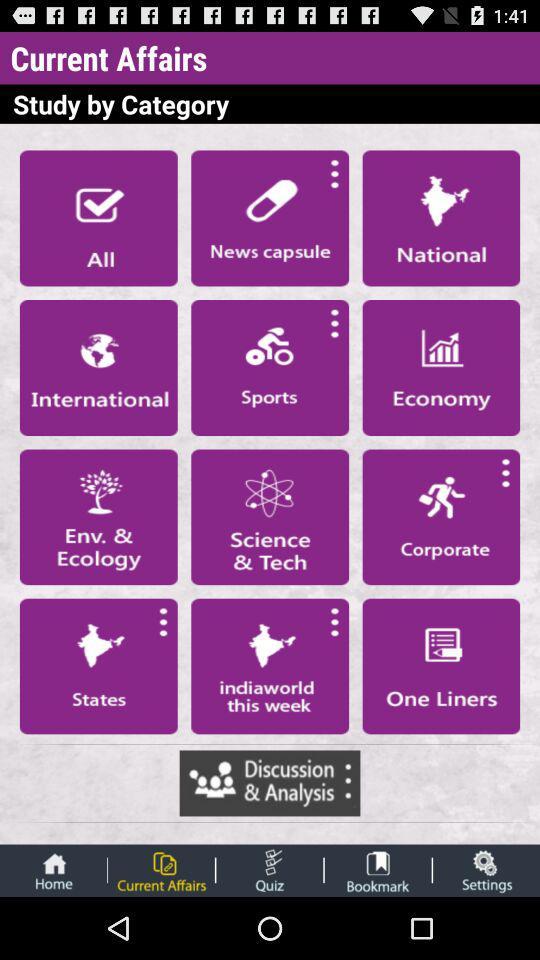  What do you see at coordinates (160, 869) in the screenshot?
I see `open current affairs` at bounding box center [160, 869].